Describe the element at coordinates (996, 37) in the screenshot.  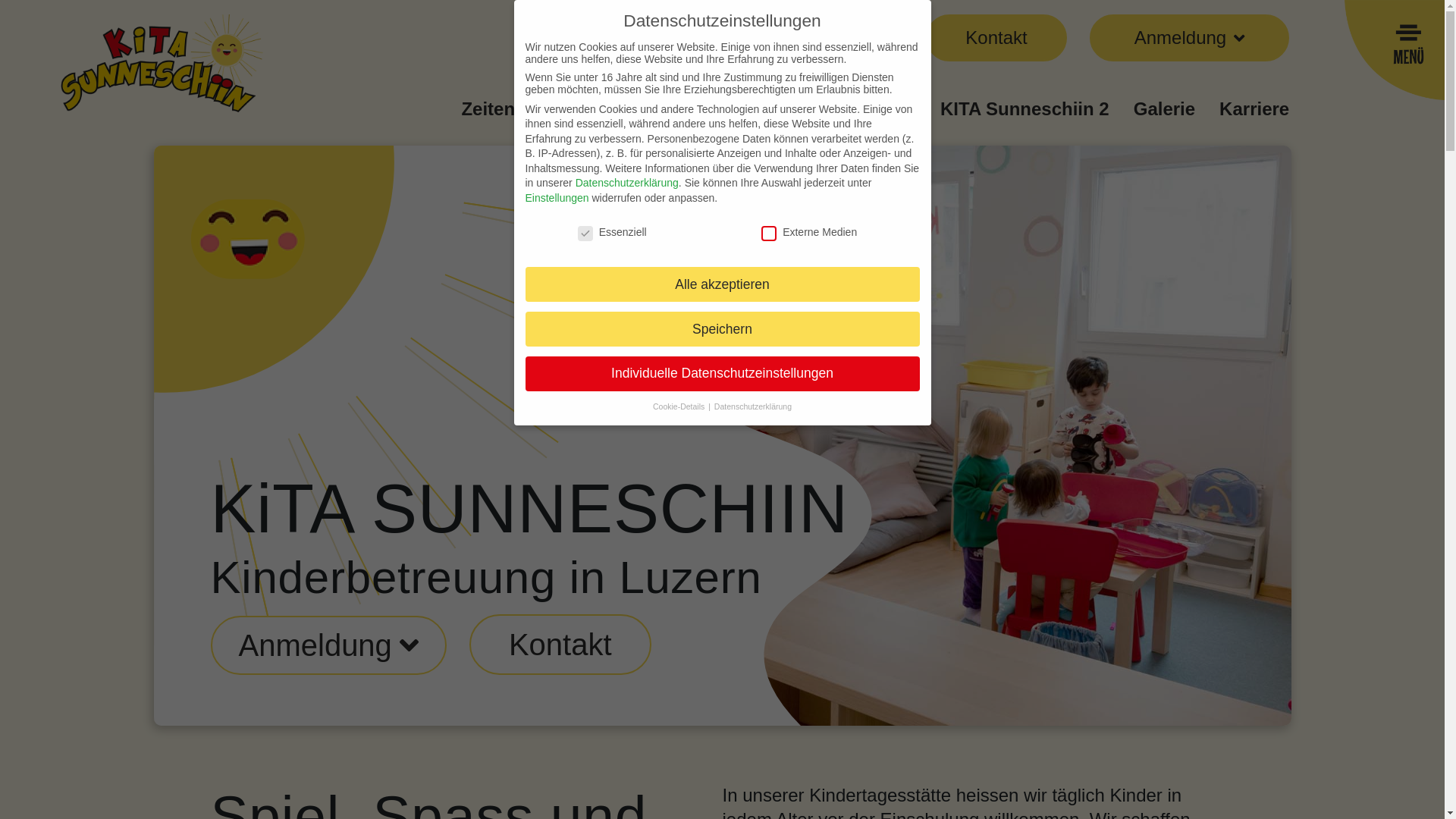
I see `'Kontakt'` at that location.